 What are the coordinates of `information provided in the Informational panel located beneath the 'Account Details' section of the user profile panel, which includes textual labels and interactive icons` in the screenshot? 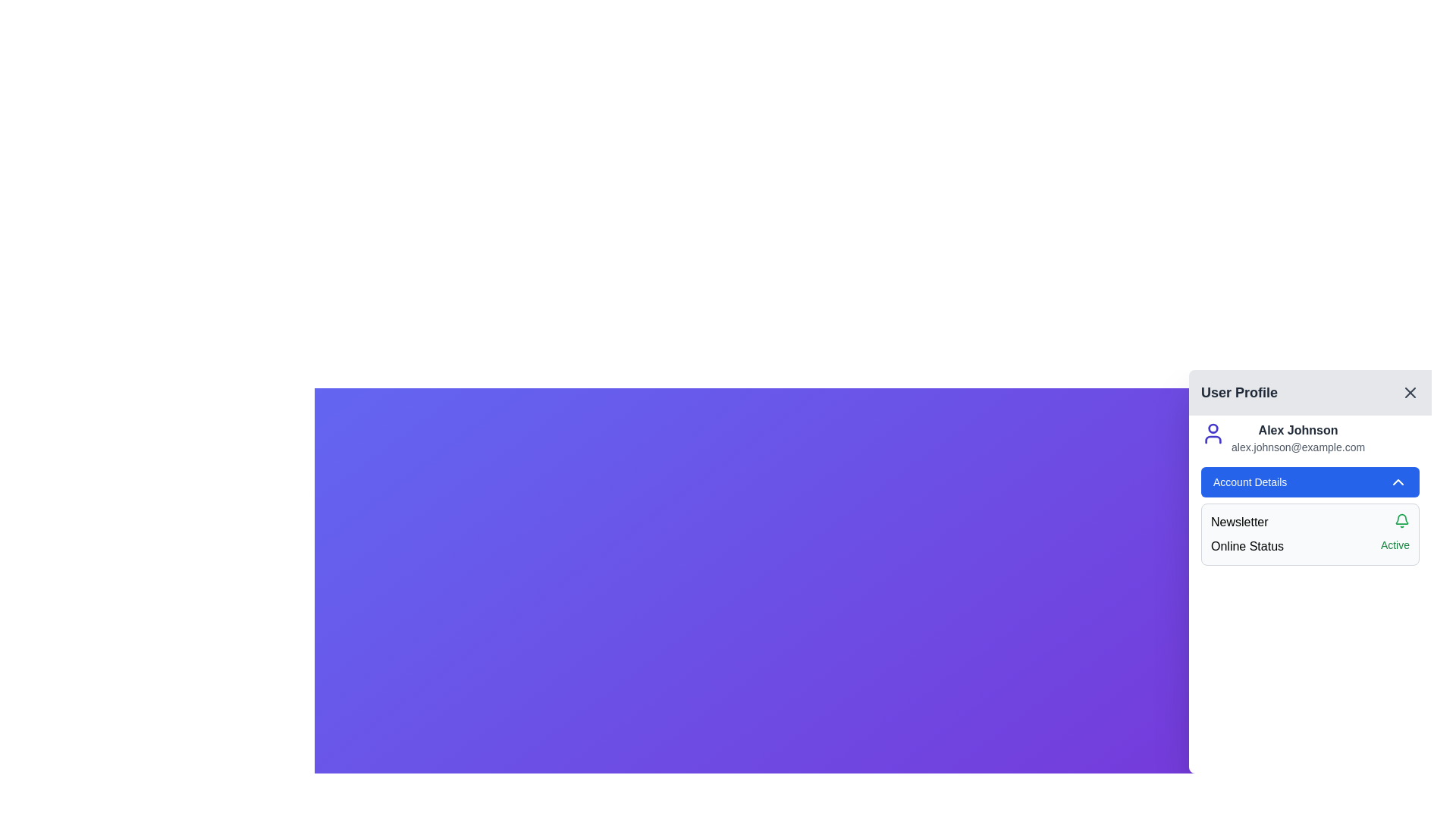 It's located at (1310, 534).